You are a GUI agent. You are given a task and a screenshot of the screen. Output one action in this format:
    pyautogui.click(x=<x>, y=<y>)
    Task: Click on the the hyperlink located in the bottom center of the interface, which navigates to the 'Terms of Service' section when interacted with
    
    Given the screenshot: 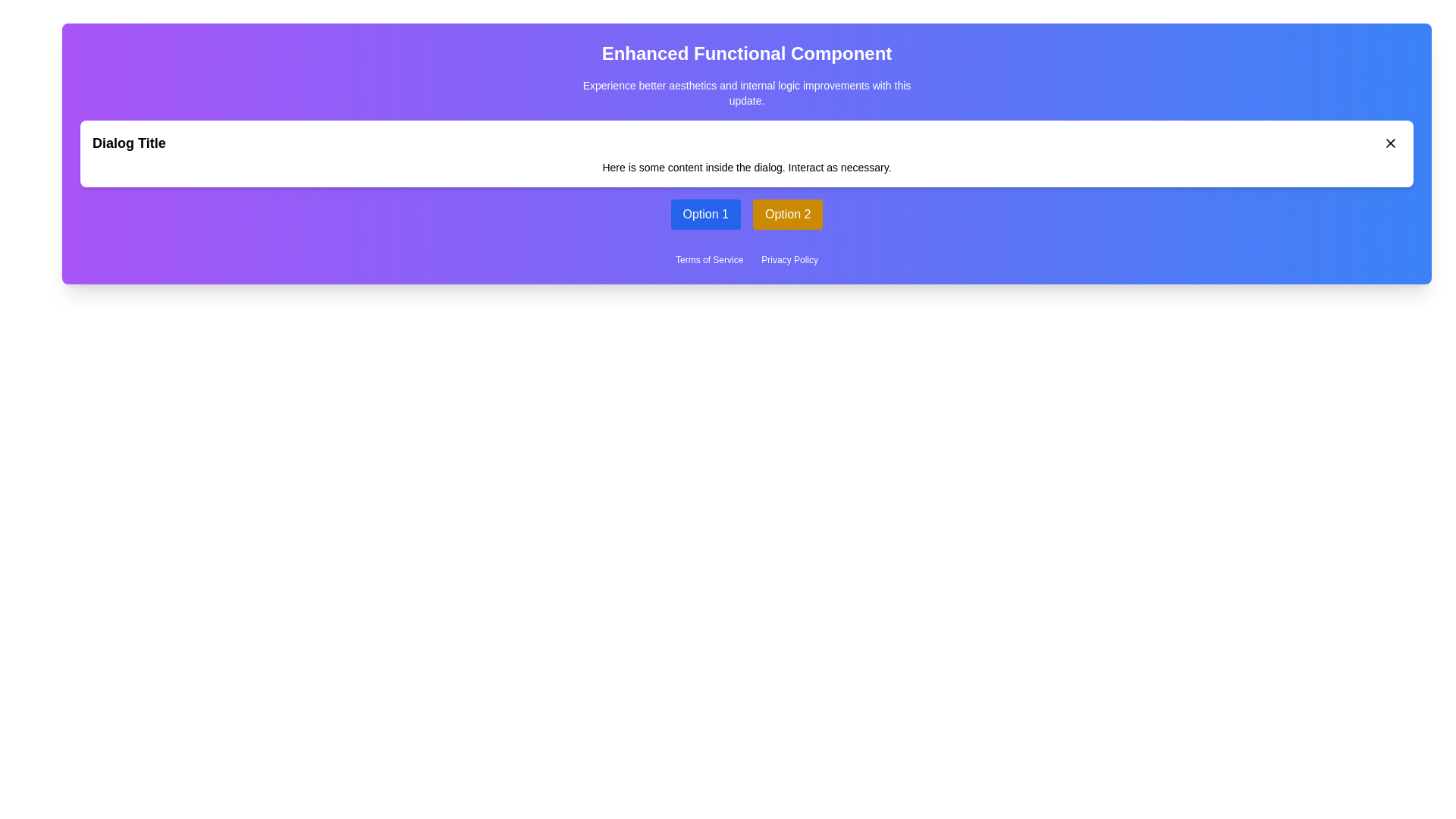 What is the action you would take?
    pyautogui.click(x=708, y=259)
    